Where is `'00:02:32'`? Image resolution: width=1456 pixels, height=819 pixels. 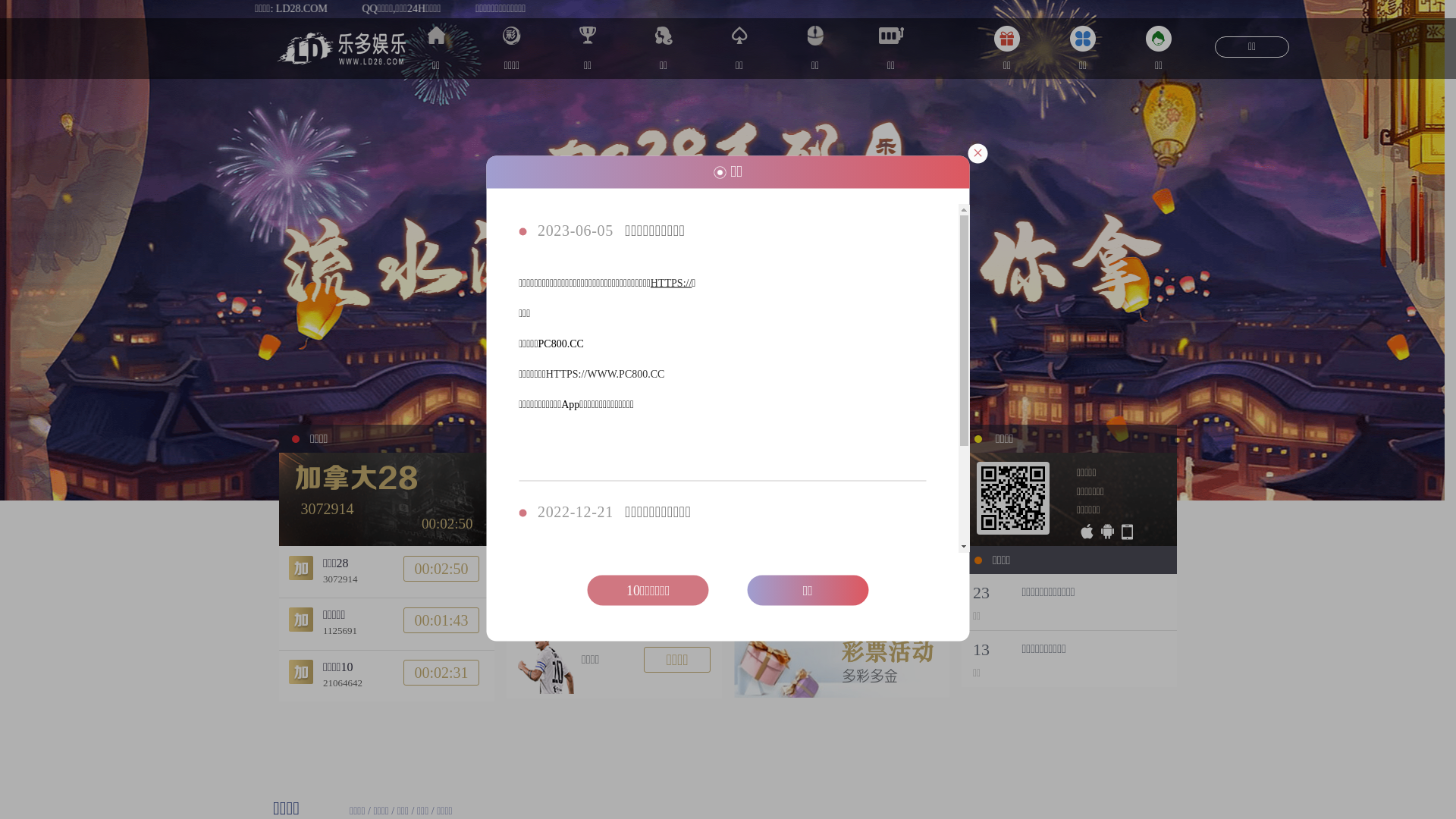
'00:02:32' is located at coordinates (440, 672).